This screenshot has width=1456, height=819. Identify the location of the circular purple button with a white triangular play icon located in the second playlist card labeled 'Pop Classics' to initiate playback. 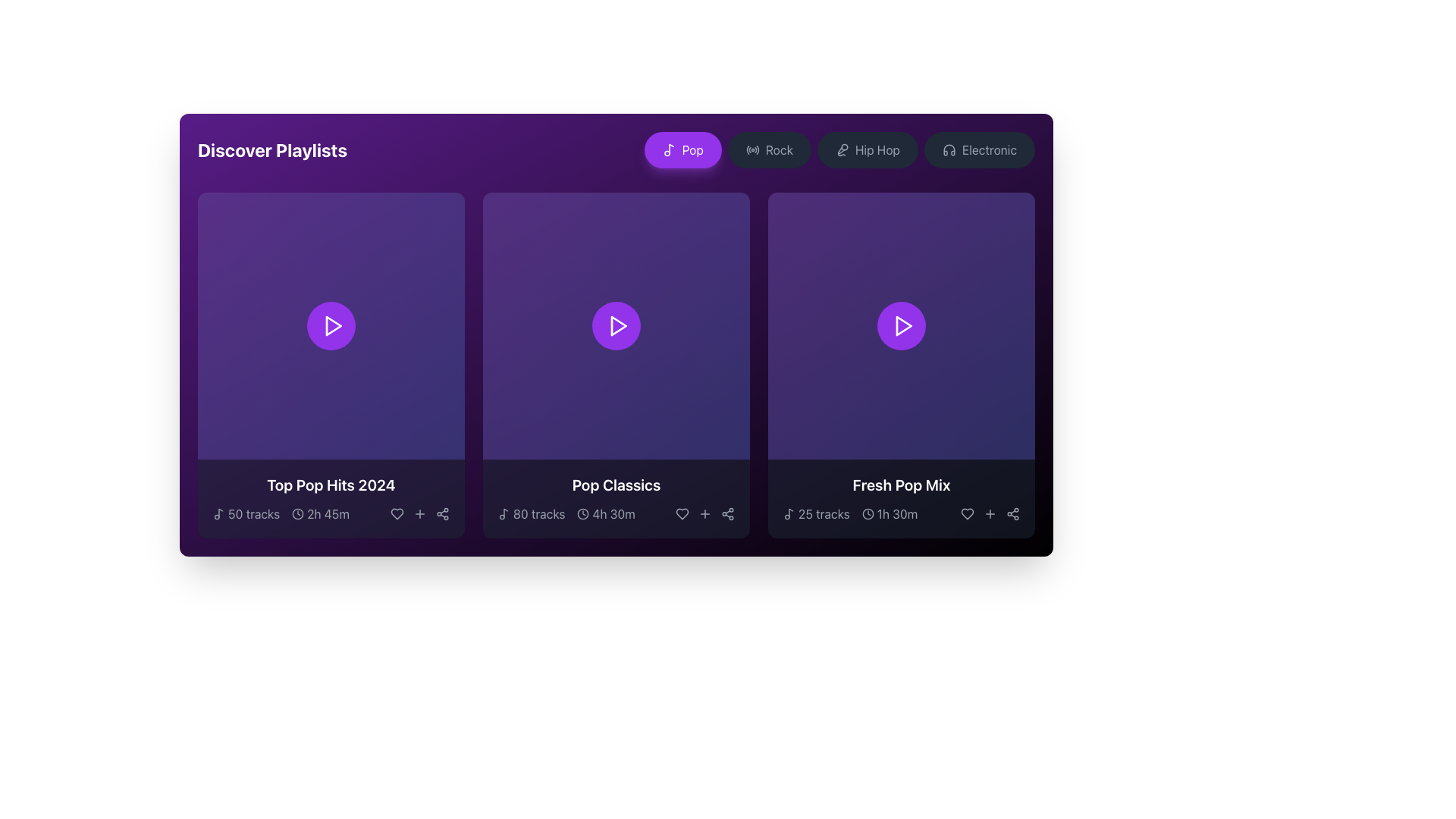
(616, 325).